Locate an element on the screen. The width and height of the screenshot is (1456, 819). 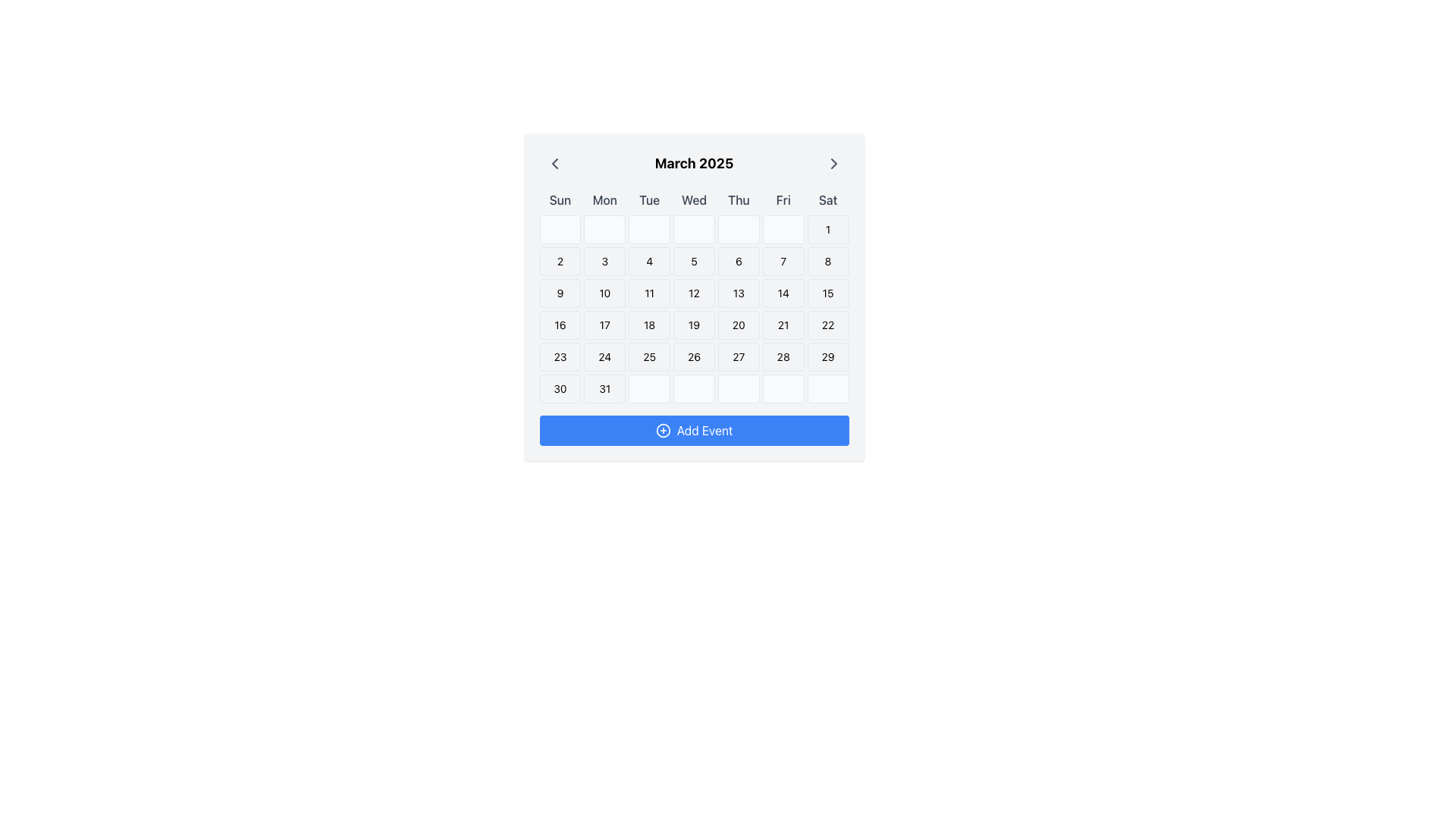
the date '31' button in the calendar is located at coordinates (604, 388).